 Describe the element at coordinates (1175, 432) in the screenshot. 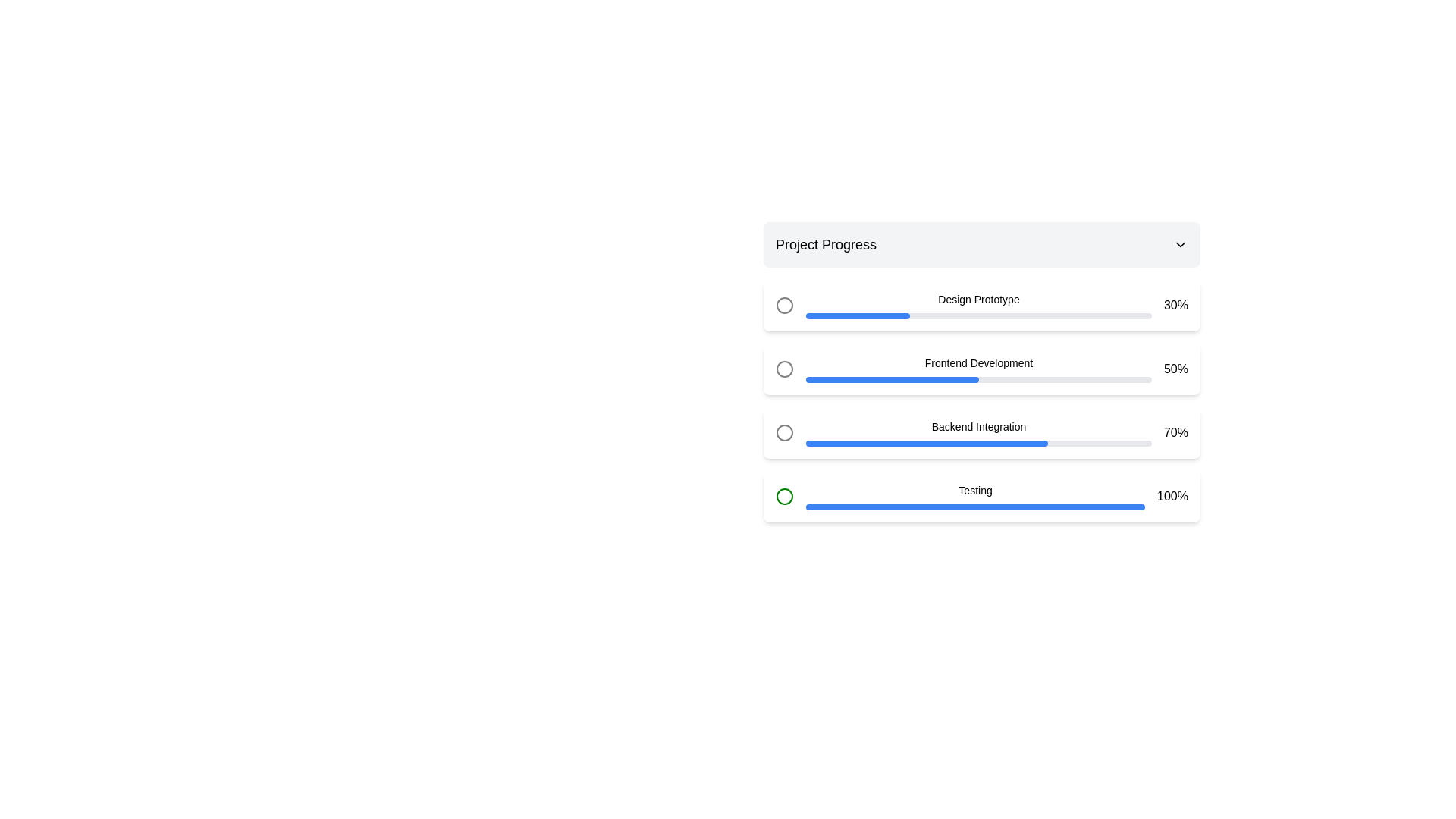

I see `percentage completion displayed on the text label located at the top-right of the 'Backend Integration' progress row` at that location.